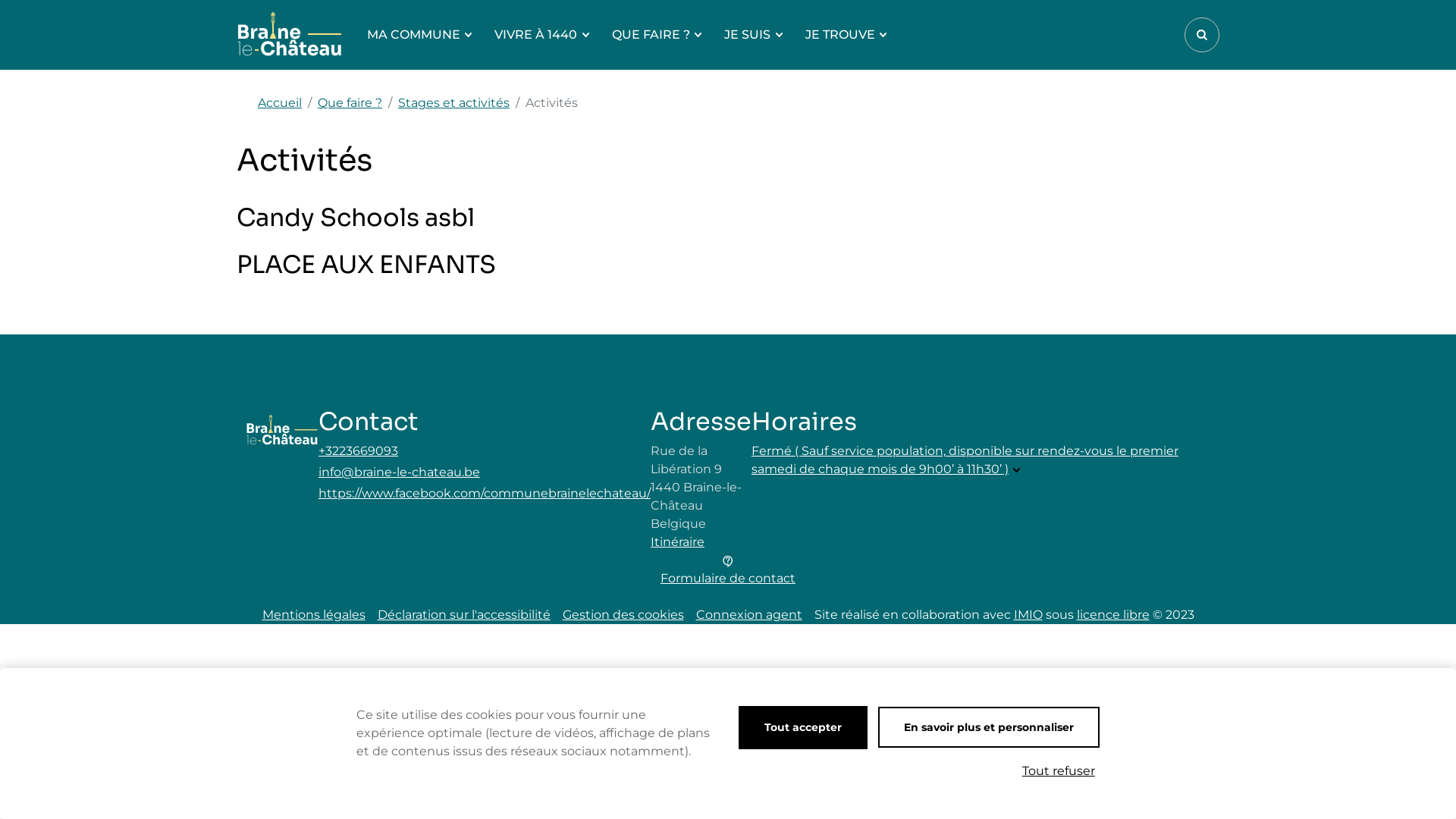 The image size is (1456, 819). Describe the element at coordinates (1113, 614) in the screenshot. I see `'licence libre'` at that location.